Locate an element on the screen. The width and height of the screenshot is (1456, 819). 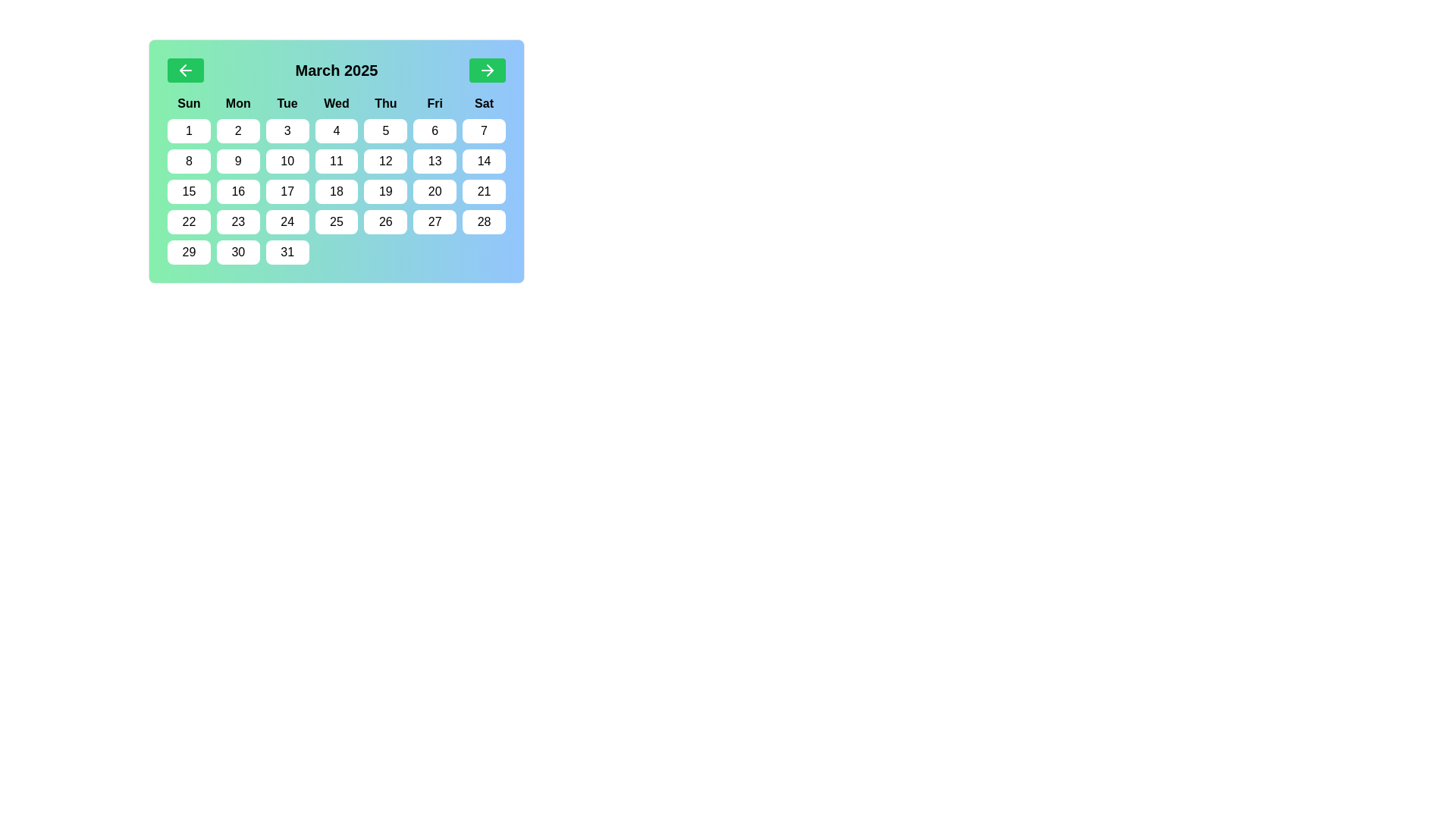
the white rounded rectangle button with the number '31' centered in black font located in the bottom-right corner of the calendar grid under the 'Mon.' column is located at coordinates (287, 251).